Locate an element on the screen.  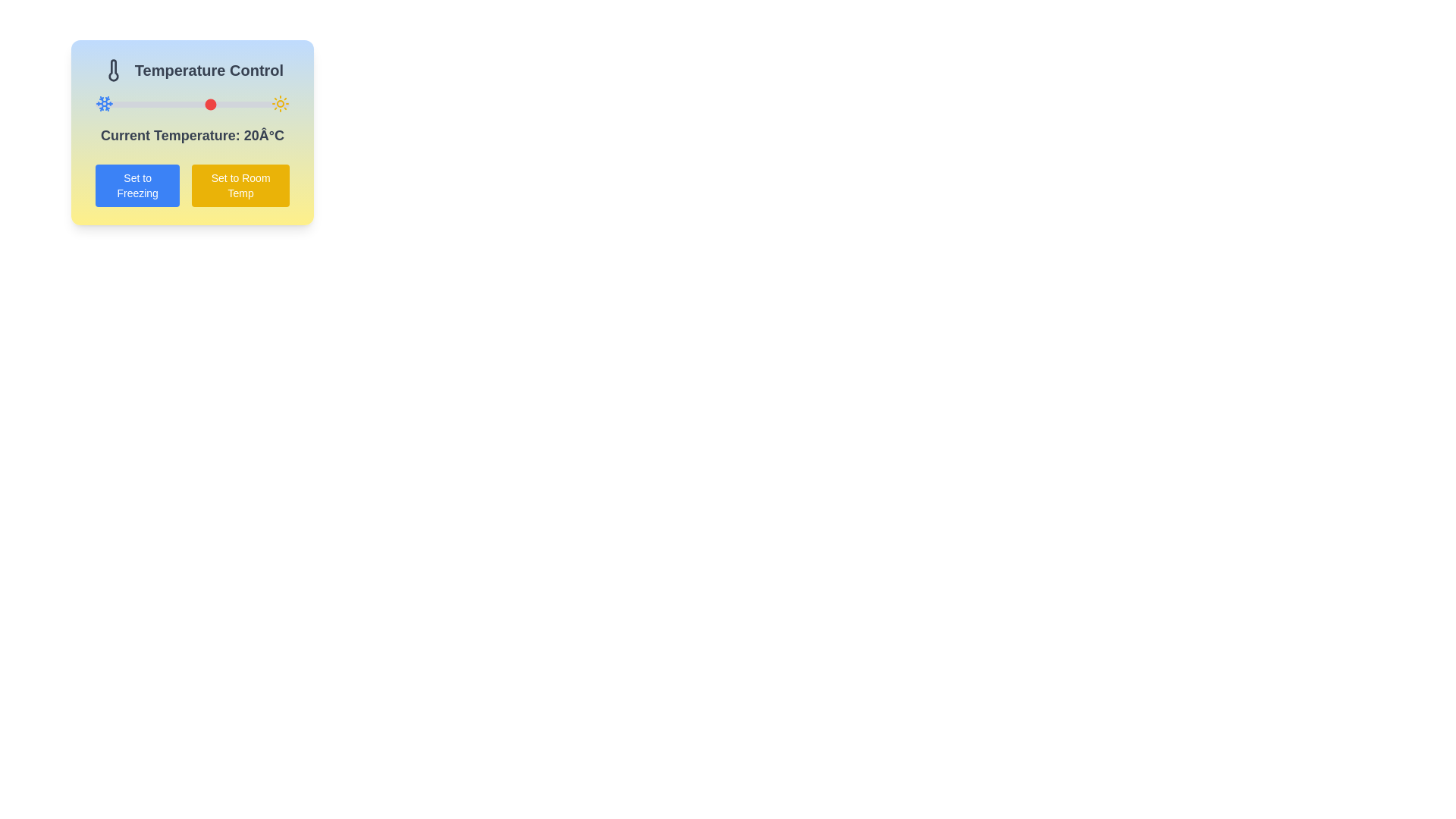
the temperature is located at coordinates (187, 104).